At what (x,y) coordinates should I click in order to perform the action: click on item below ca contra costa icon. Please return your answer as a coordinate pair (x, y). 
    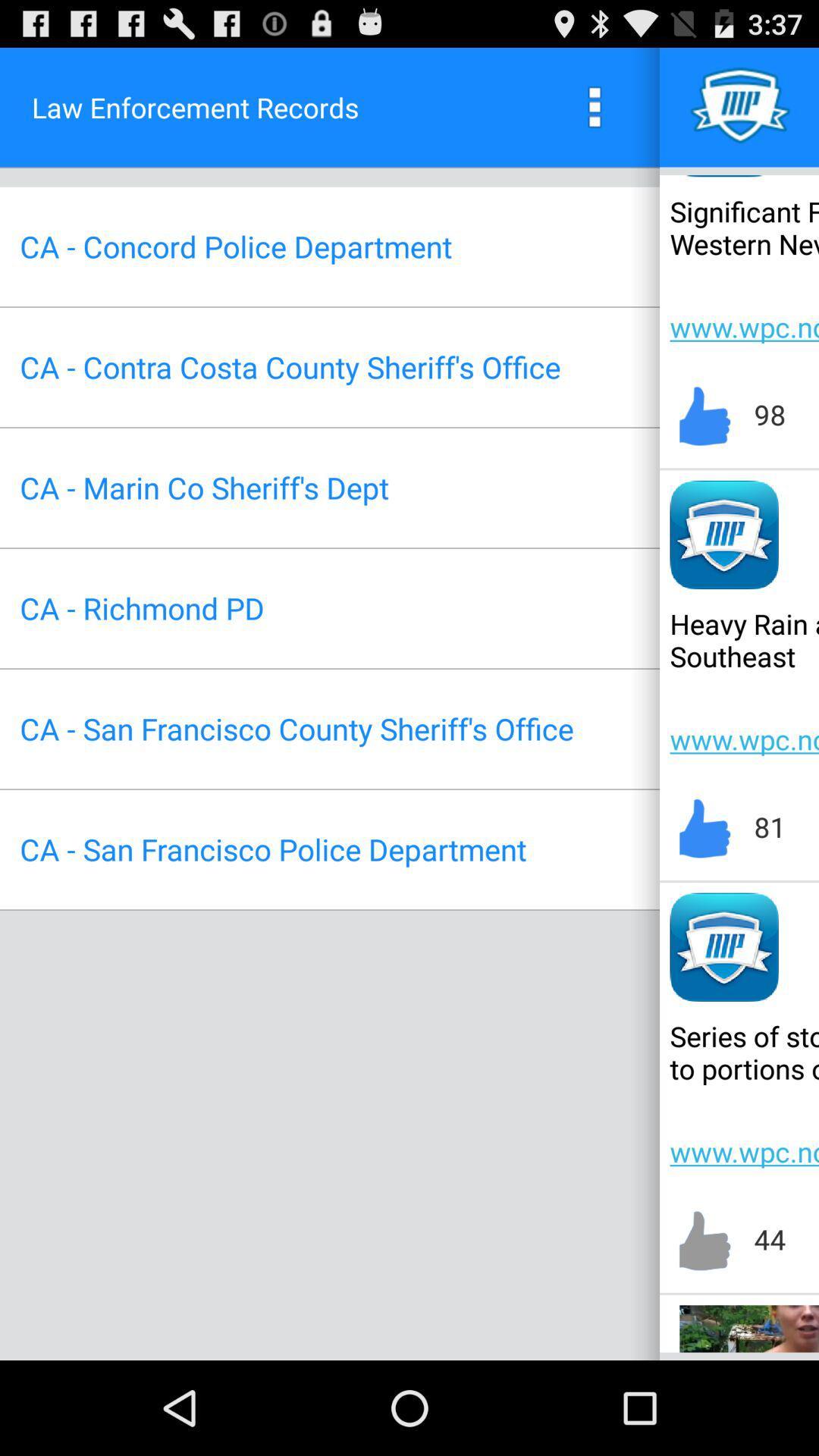
    Looking at the image, I should click on (203, 488).